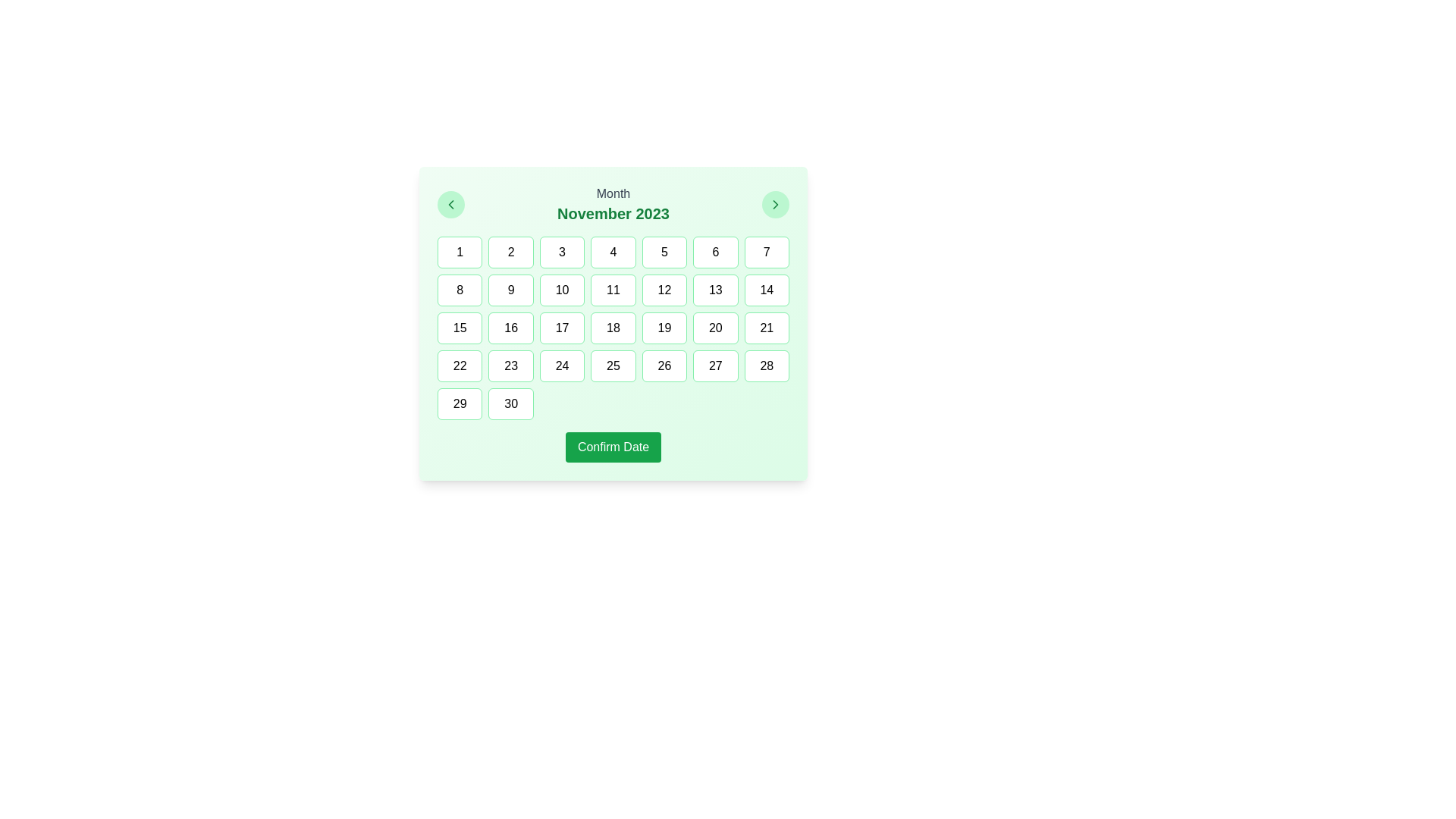 Image resolution: width=1456 pixels, height=819 pixels. What do you see at coordinates (775, 205) in the screenshot?
I see `the chevron icon inside the circular light-green button` at bounding box center [775, 205].